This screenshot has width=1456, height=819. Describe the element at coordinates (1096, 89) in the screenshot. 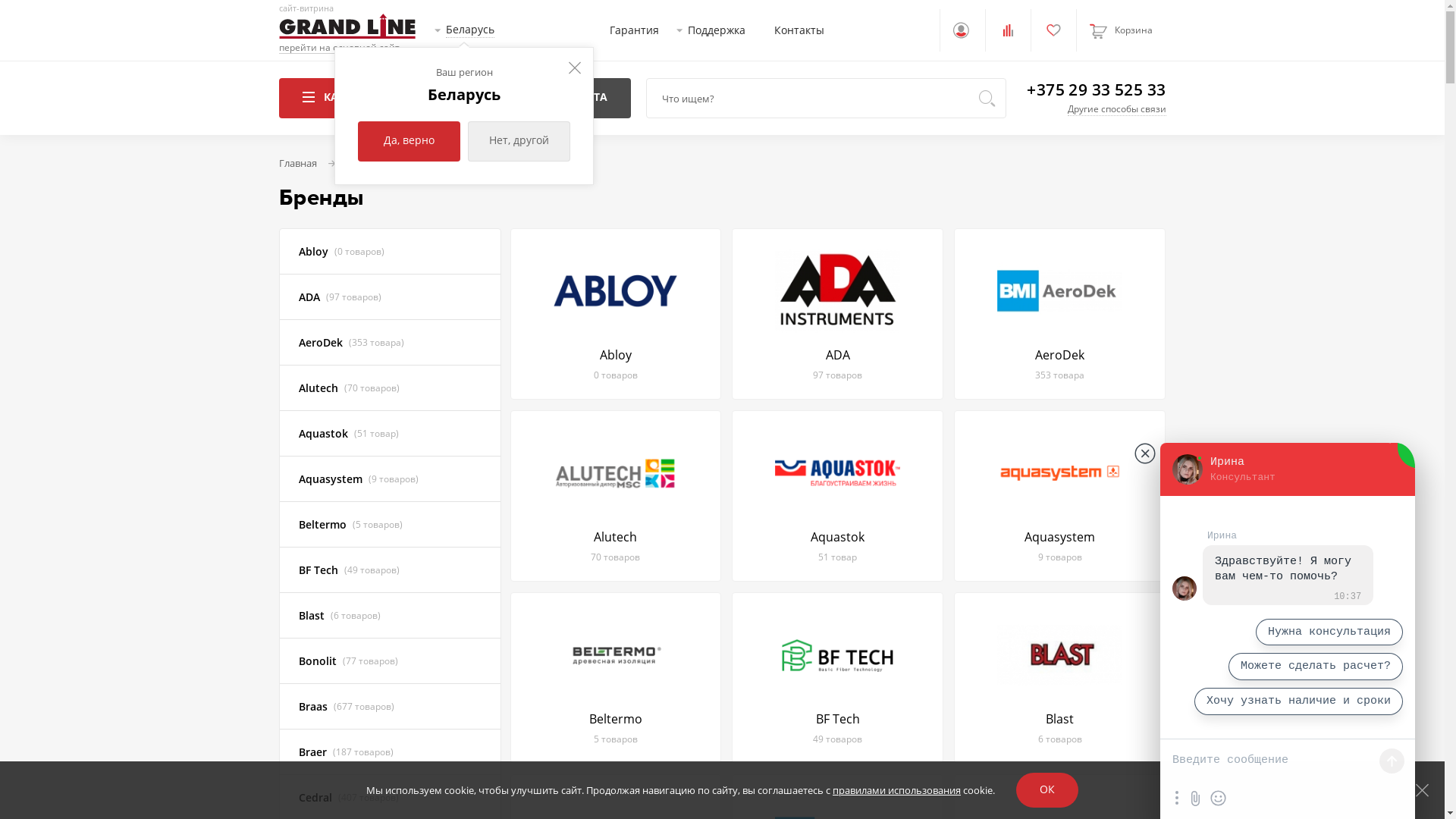

I see `'+375 29 33 525 33'` at that location.